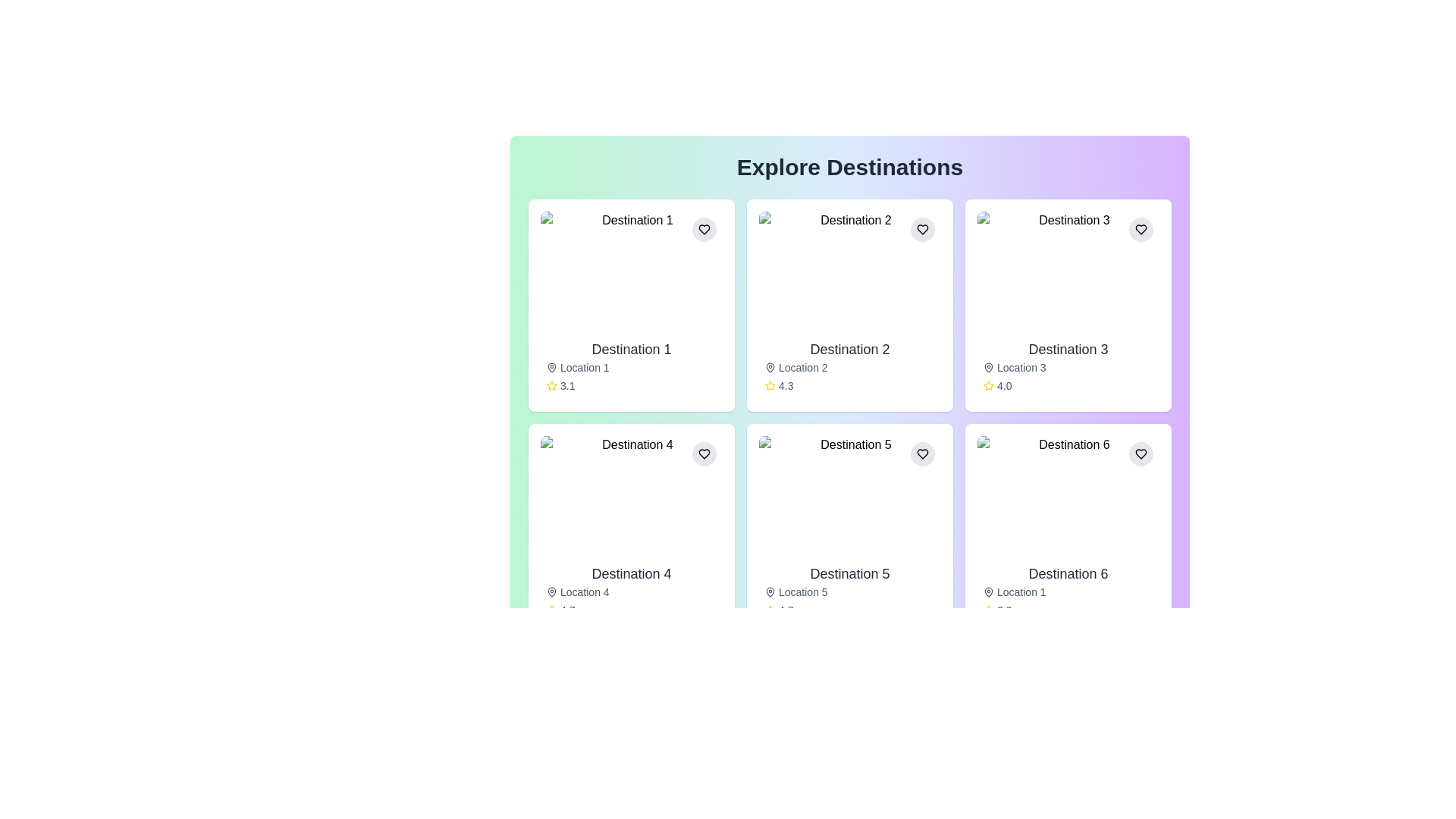 The image size is (1456, 819). Describe the element at coordinates (922, 230) in the screenshot. I see `the favorite icon located in the top-right corner of the 'Destination 2' tile` at that location.